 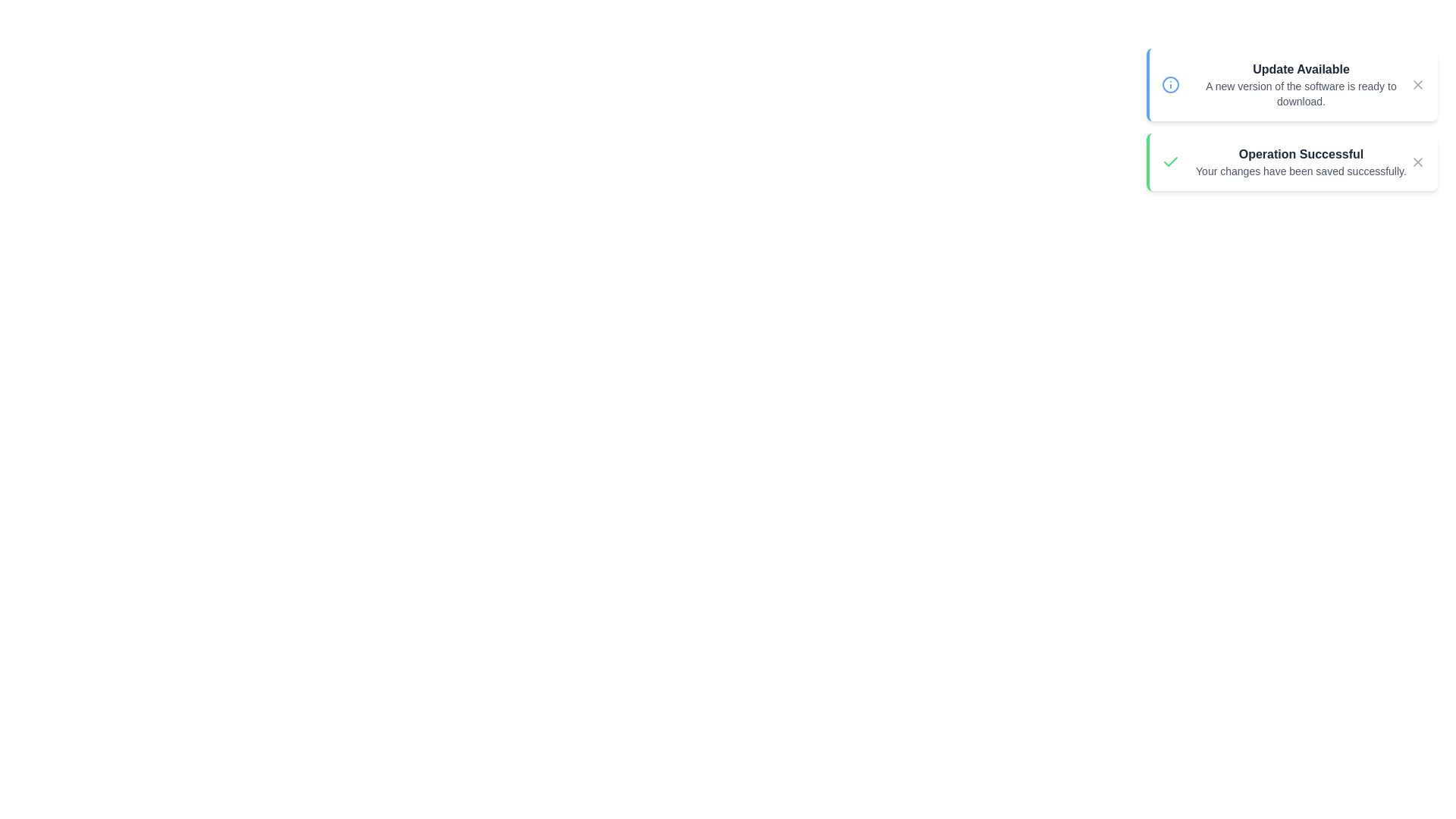 I want to click on message displayed as 'A new version of the software is ready to download.' located beneath the bold title 'Update Available' in the notification component, so click(x=1301, y=93).